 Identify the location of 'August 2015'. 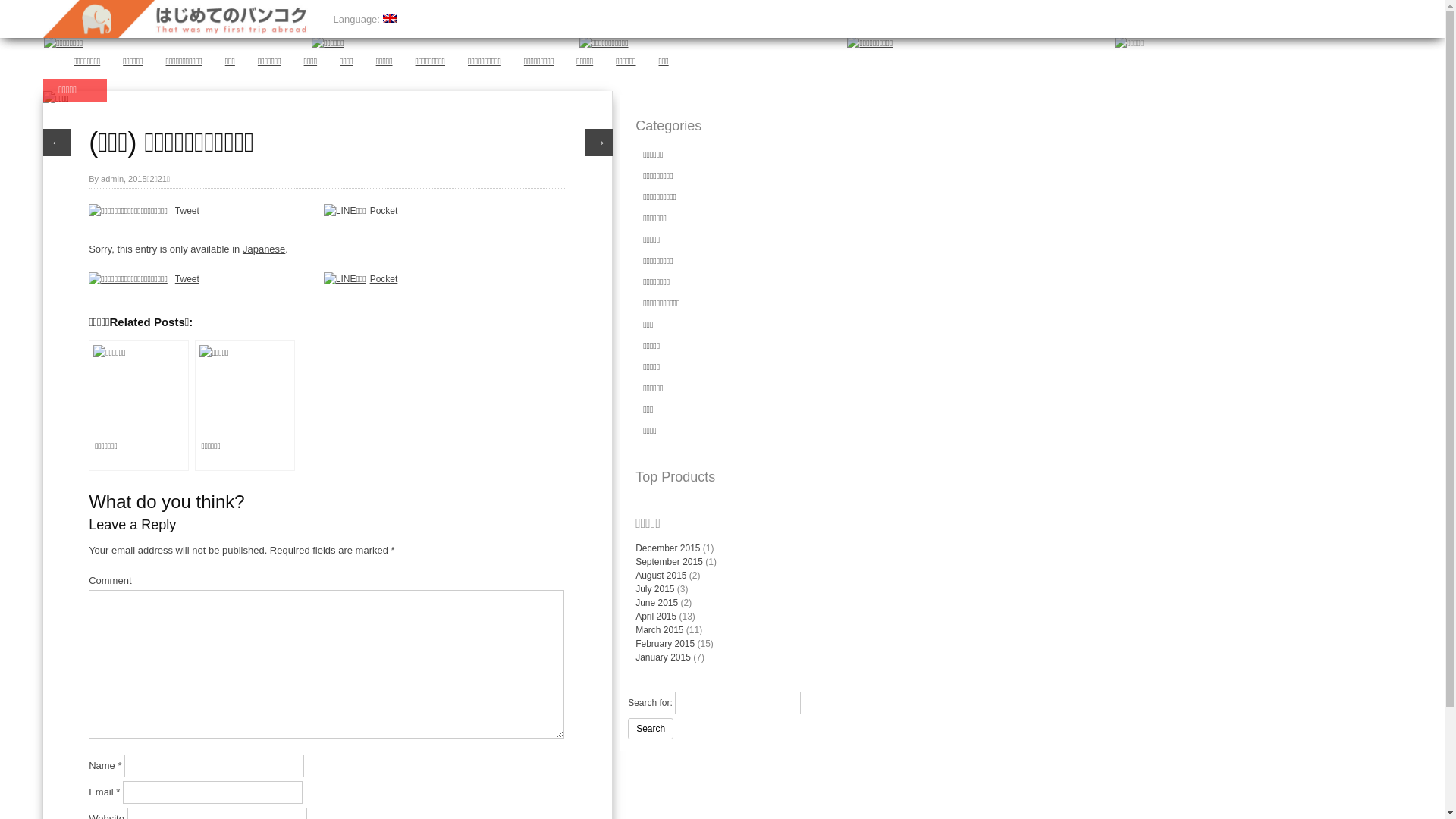
(661, 576).